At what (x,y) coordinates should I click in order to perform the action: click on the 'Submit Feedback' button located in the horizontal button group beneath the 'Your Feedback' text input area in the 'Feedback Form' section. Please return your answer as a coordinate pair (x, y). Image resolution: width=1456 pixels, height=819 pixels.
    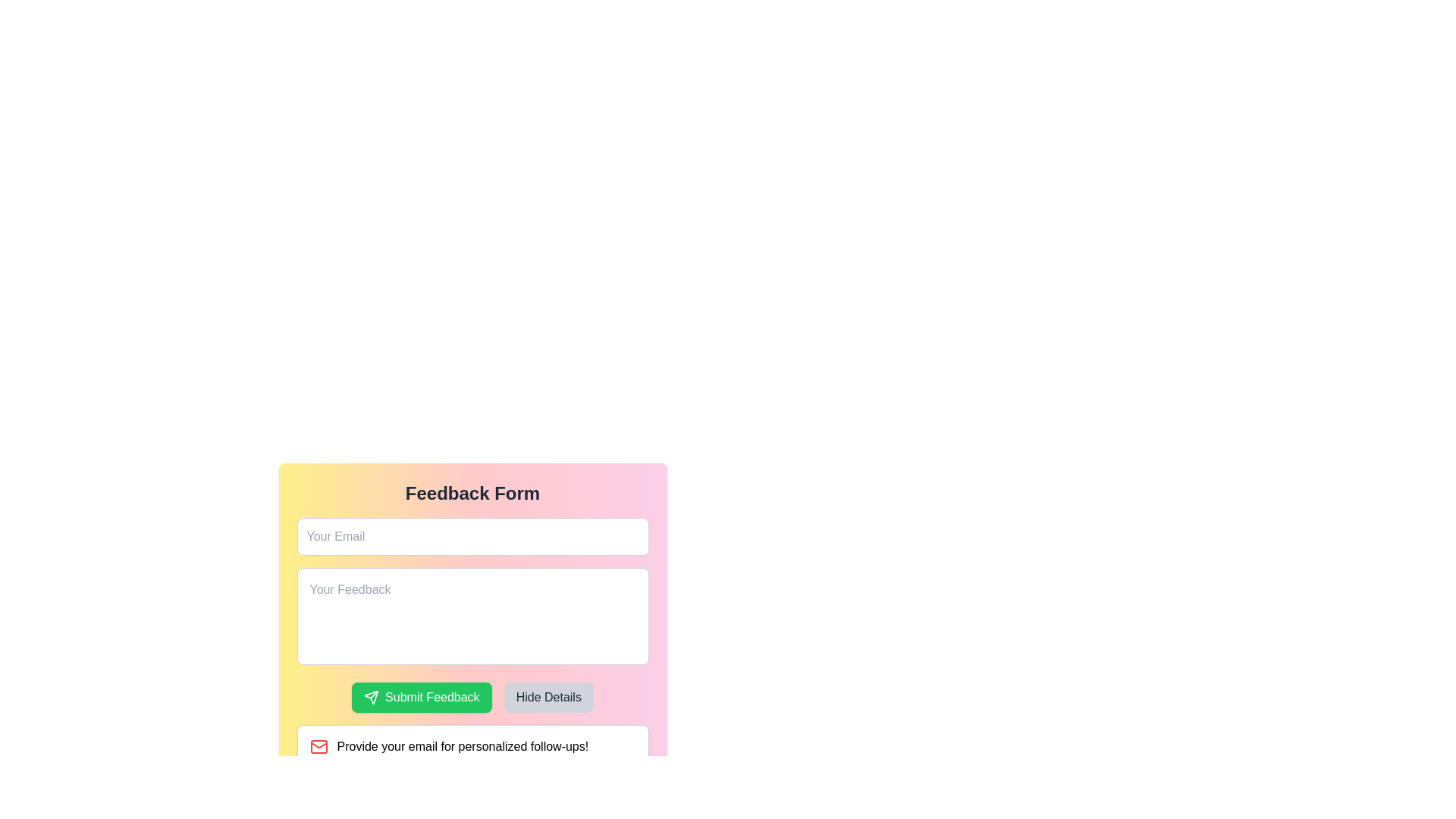
    Looking at the image, I should click on (472, 698).